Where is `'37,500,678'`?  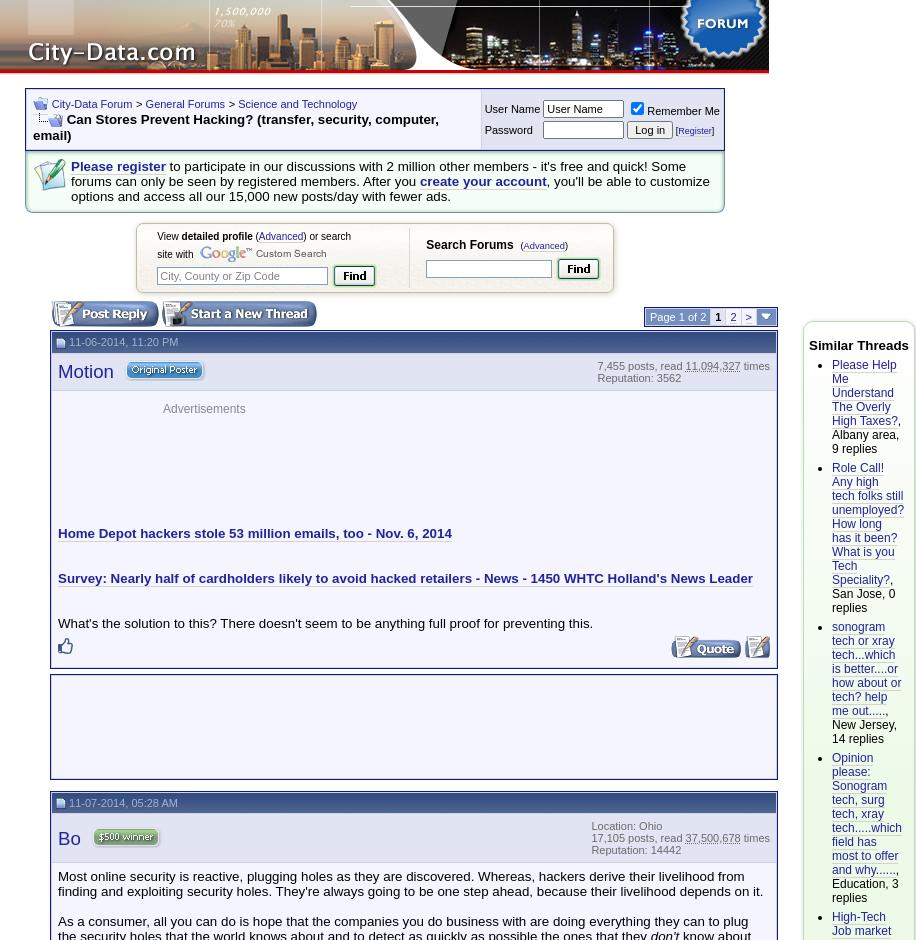 '37,500,678' is located at coordinates (712, 837).